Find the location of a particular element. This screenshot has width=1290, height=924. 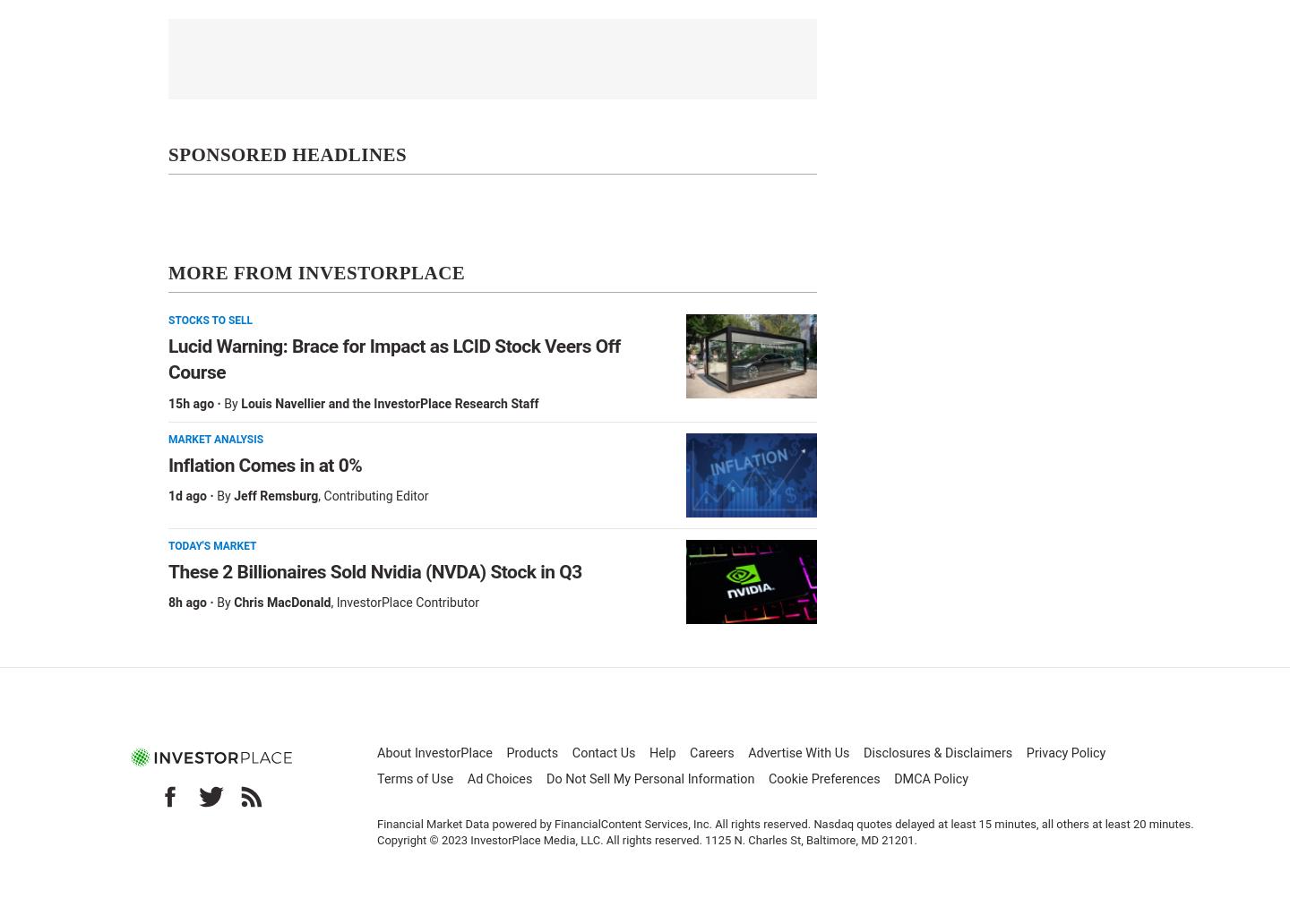

'Cookie Preferences' is located at coordinates (823, 778).